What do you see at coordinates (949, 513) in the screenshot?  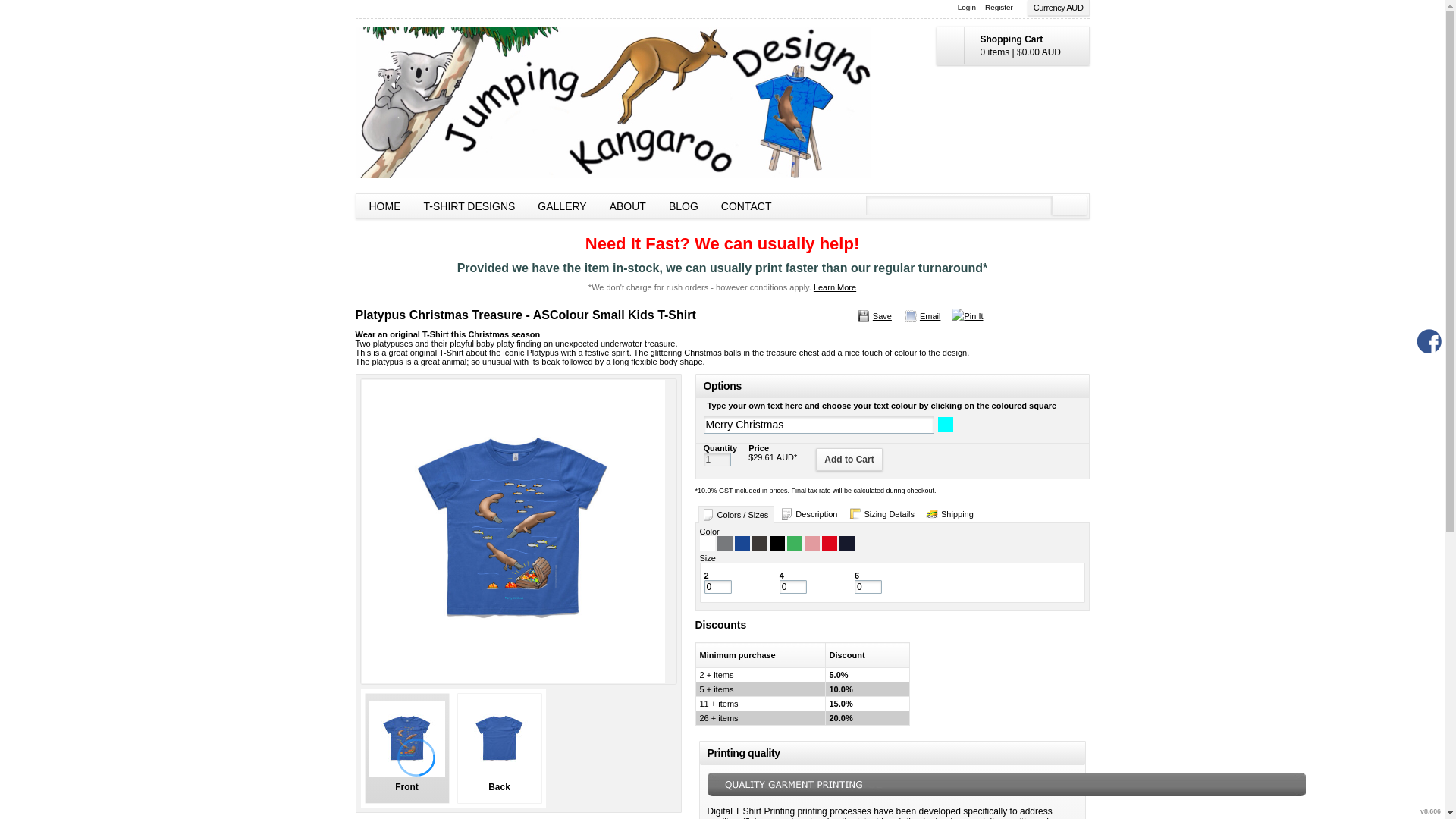 I see `'Shipping'` at bounding box center [949, 513].